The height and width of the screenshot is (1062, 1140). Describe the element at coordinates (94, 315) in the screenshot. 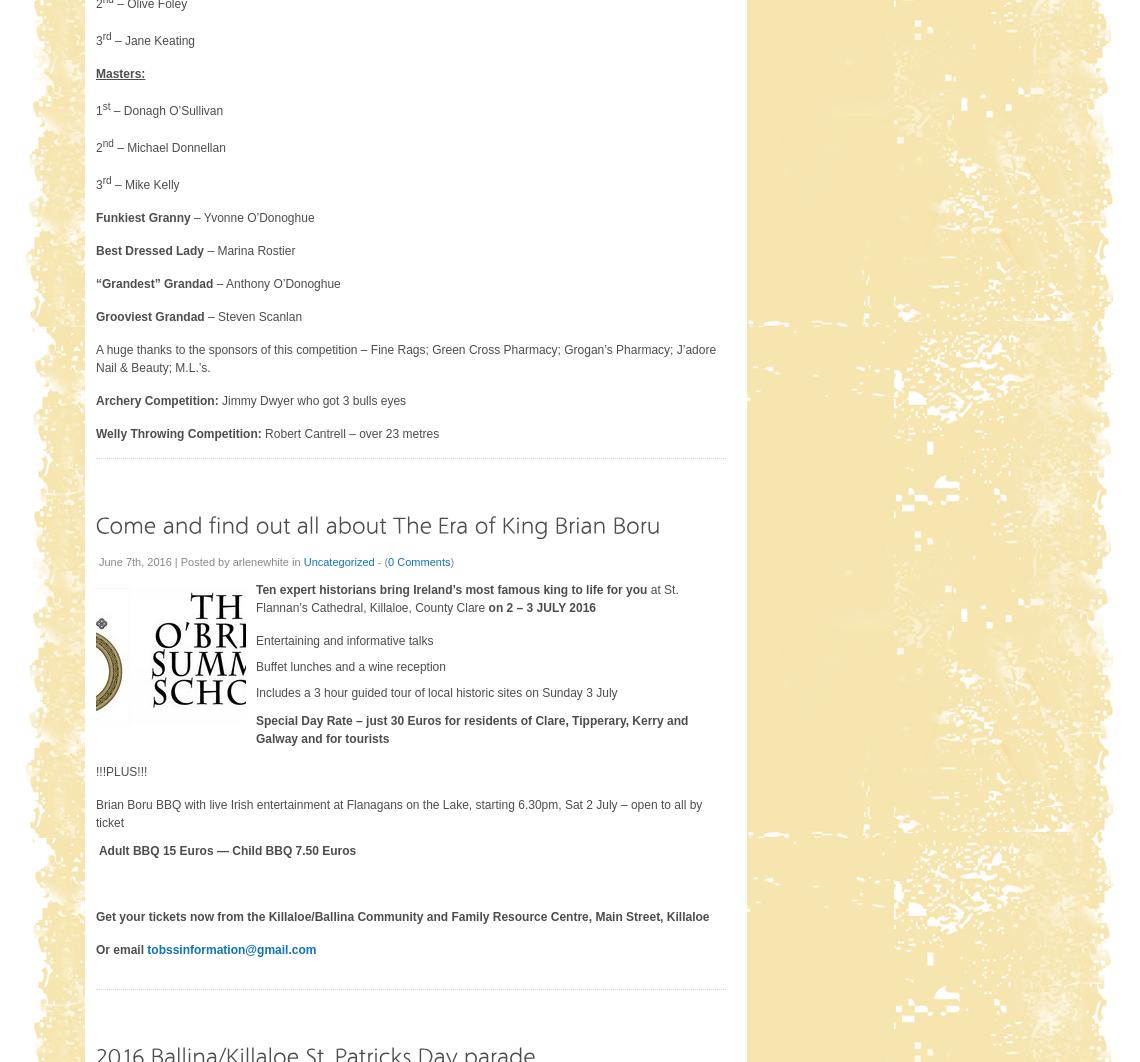

I see `'Grooviest Grandad'` at that location.